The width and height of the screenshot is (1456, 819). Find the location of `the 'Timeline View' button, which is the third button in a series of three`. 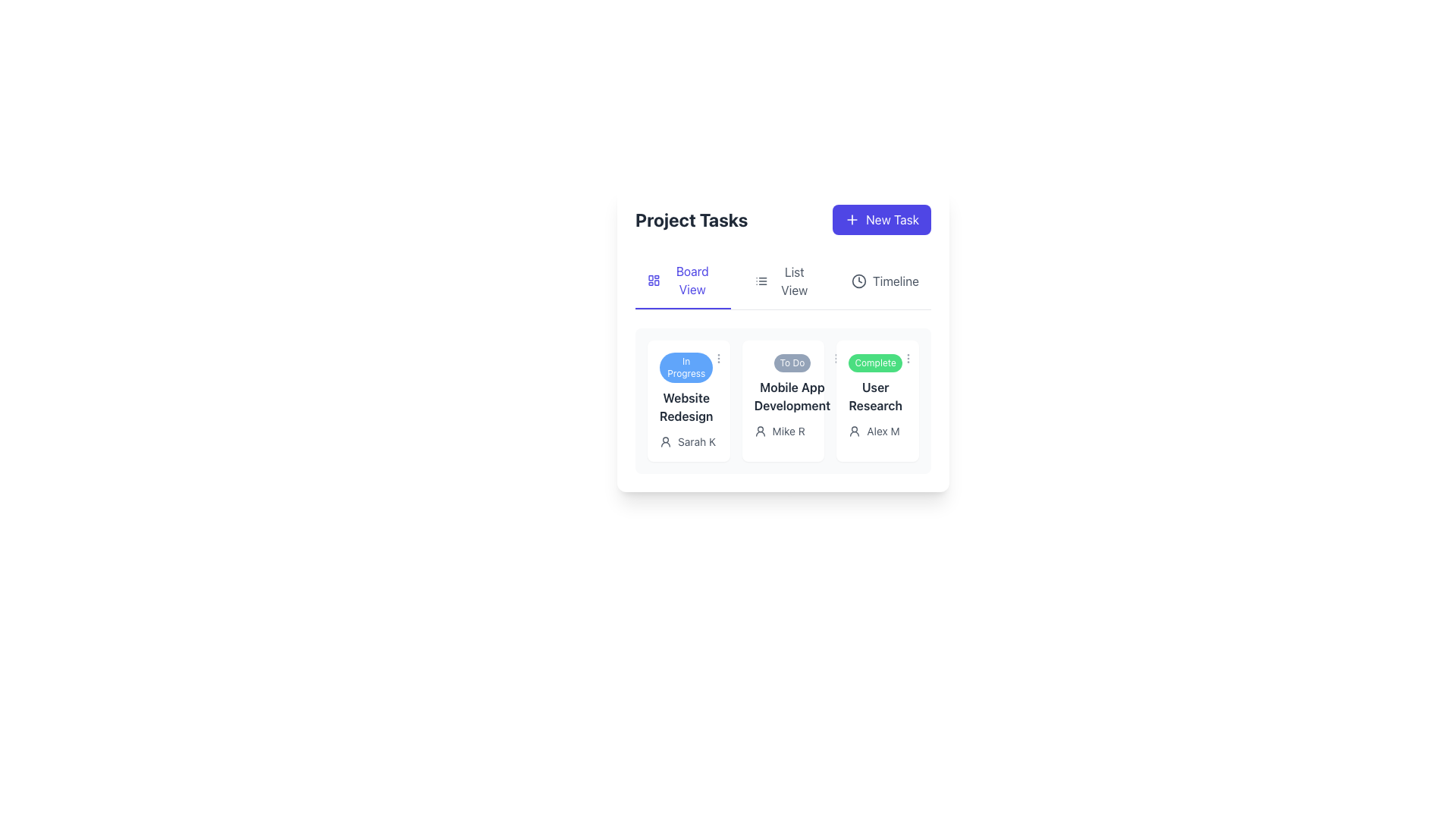

the 'Timeline View' button, which is the third button in a series of three is located at coordinates (885, 281).